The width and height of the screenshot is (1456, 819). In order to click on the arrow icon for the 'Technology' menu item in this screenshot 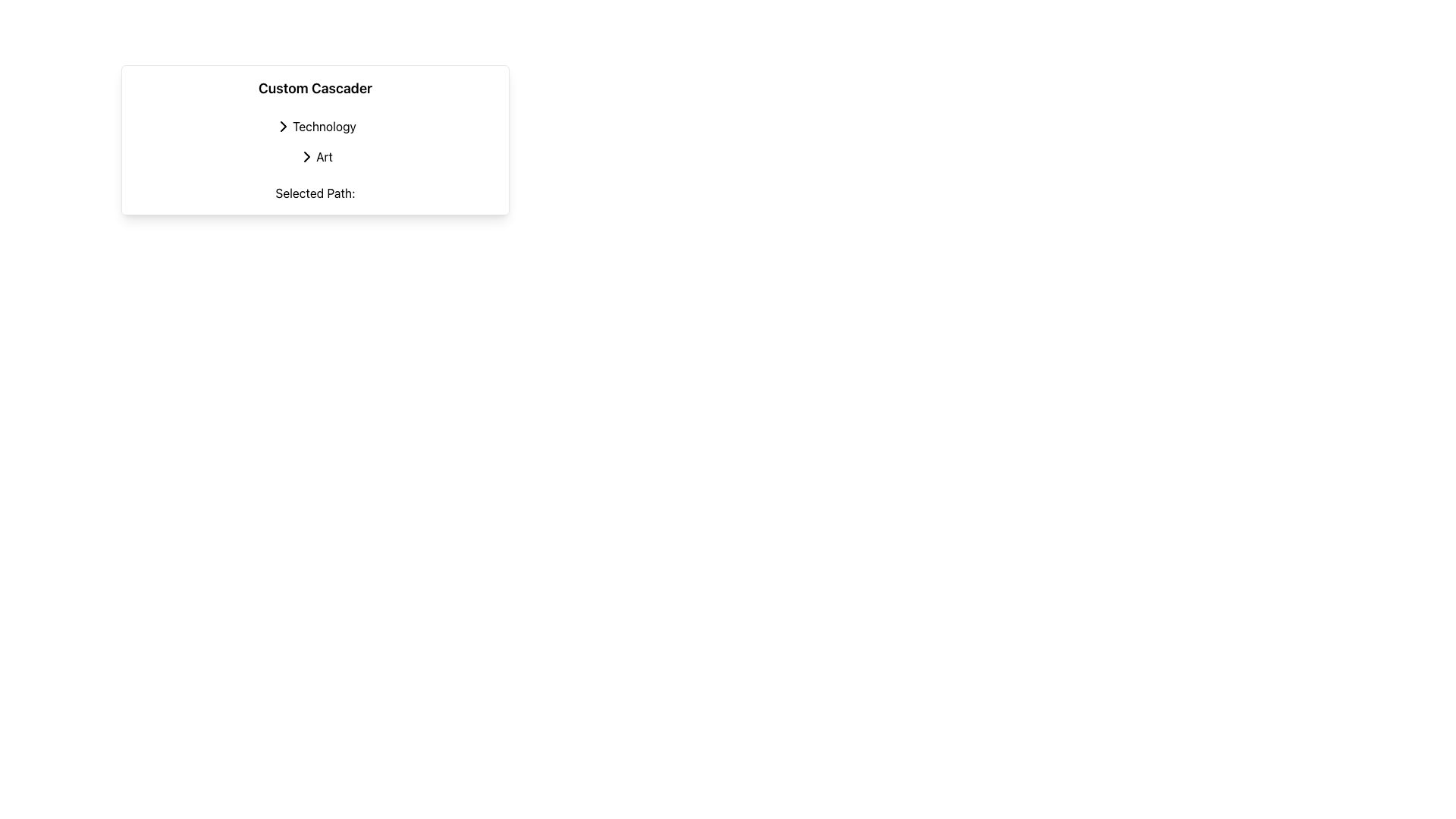, I will do `click(315, 125)`.